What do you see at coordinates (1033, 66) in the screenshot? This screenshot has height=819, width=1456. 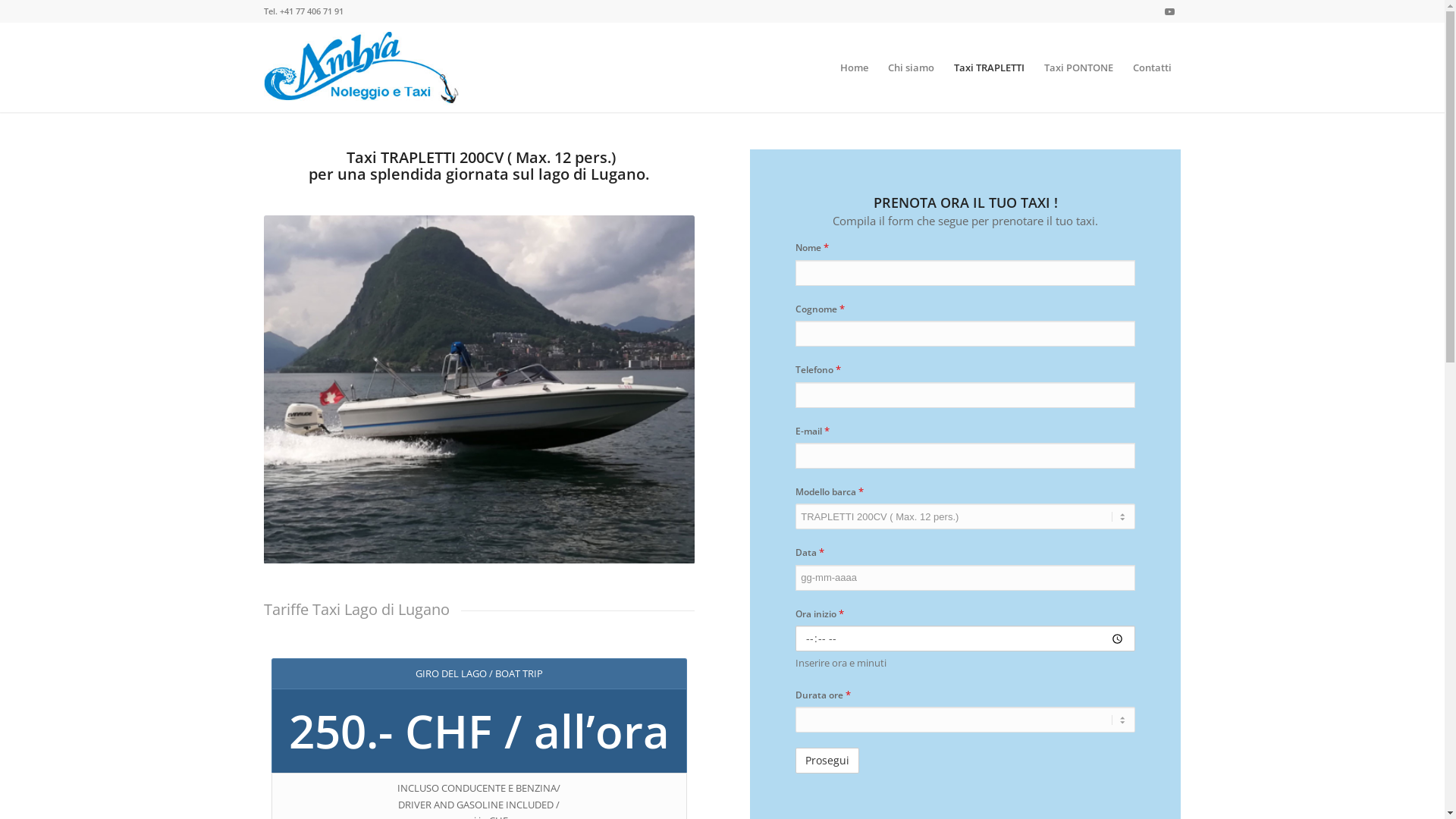 I see `'Taxi PONTONE'` at bounding box center [1033, 66].